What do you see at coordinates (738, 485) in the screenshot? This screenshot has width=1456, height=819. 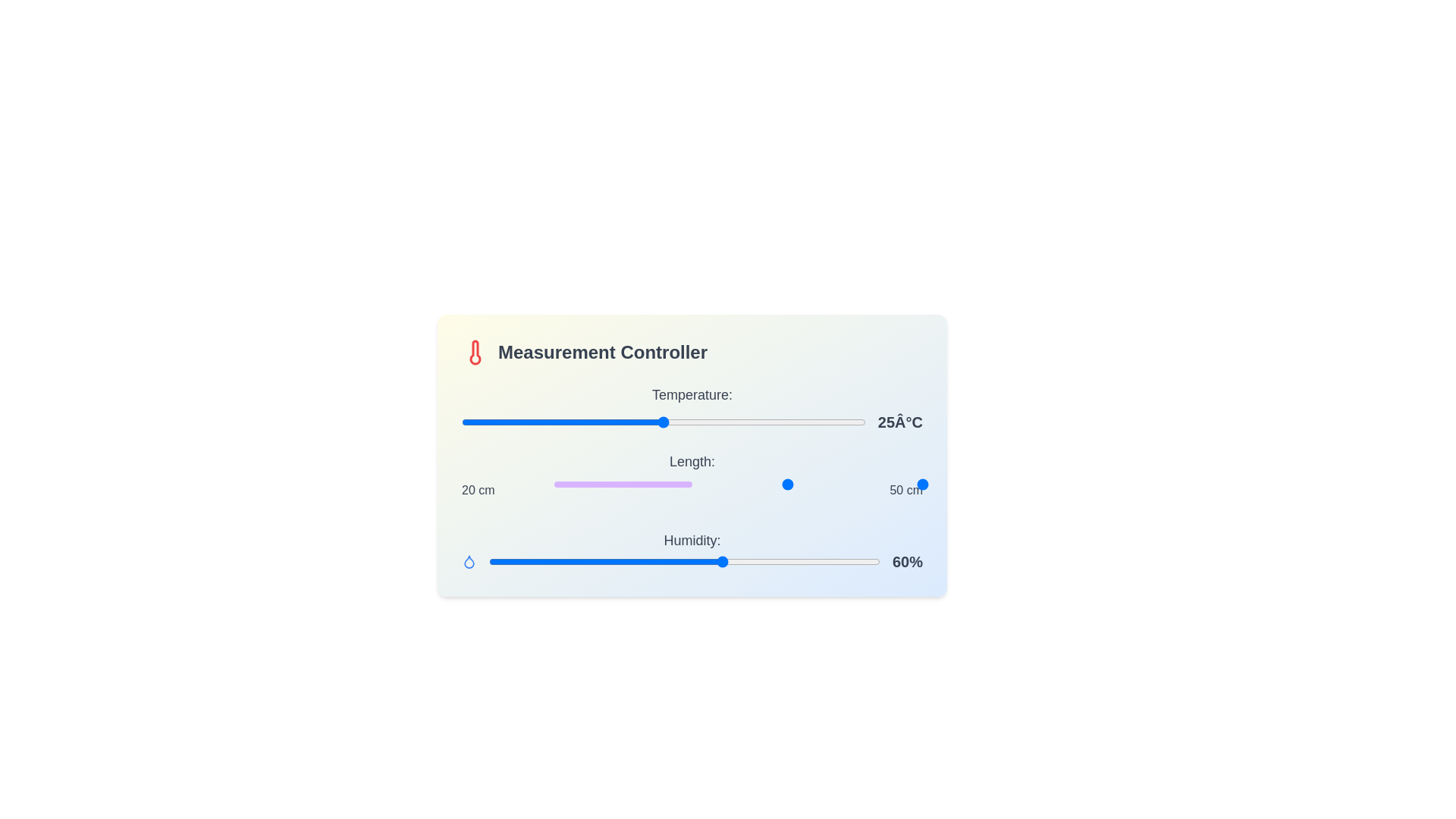 I see `the length` at bounding box center [738, 485].